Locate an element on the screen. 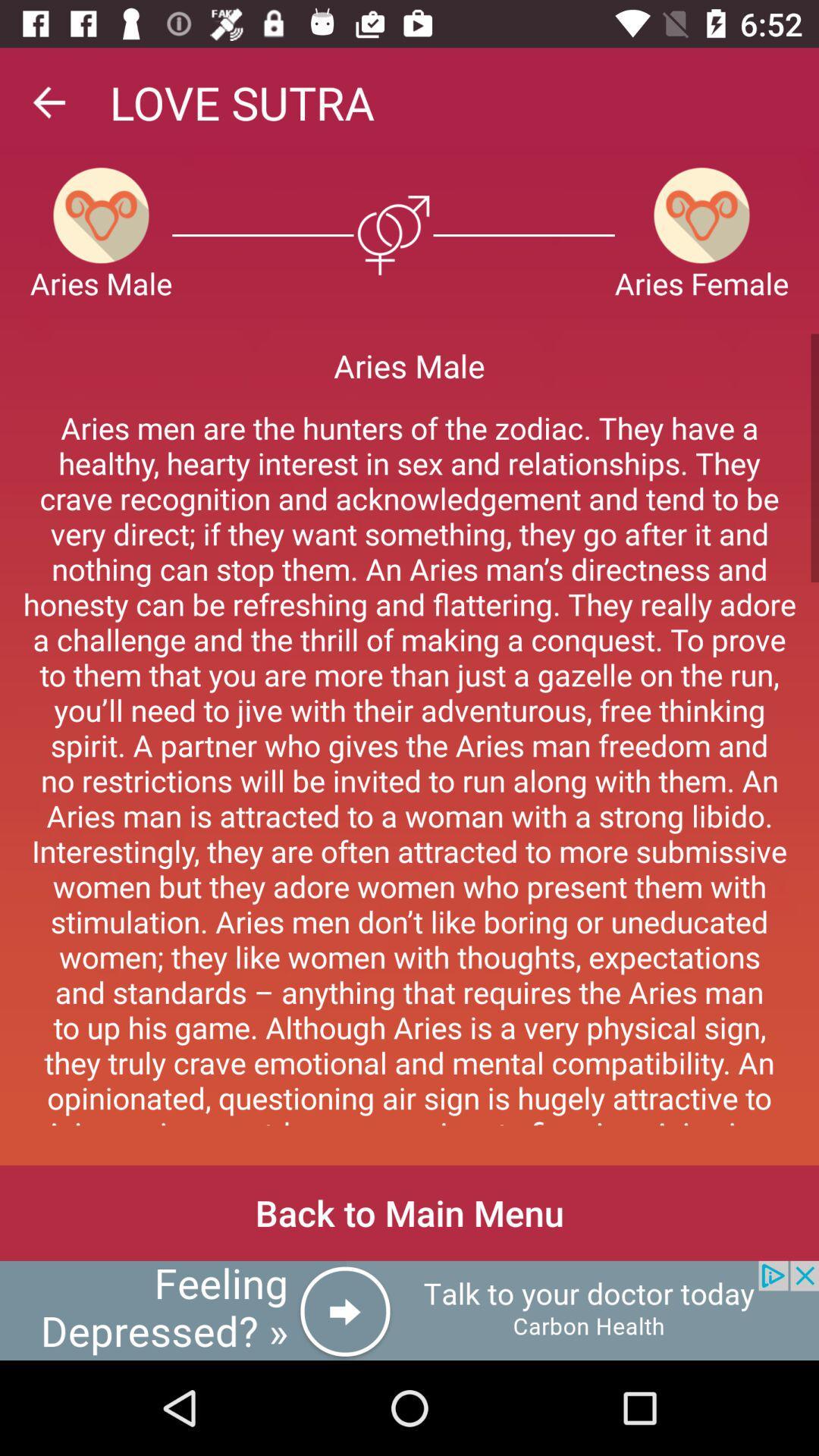 Image resolution: width=819 pixels, height=1456 pixels. back arrow is located at coordinates (48, 102).